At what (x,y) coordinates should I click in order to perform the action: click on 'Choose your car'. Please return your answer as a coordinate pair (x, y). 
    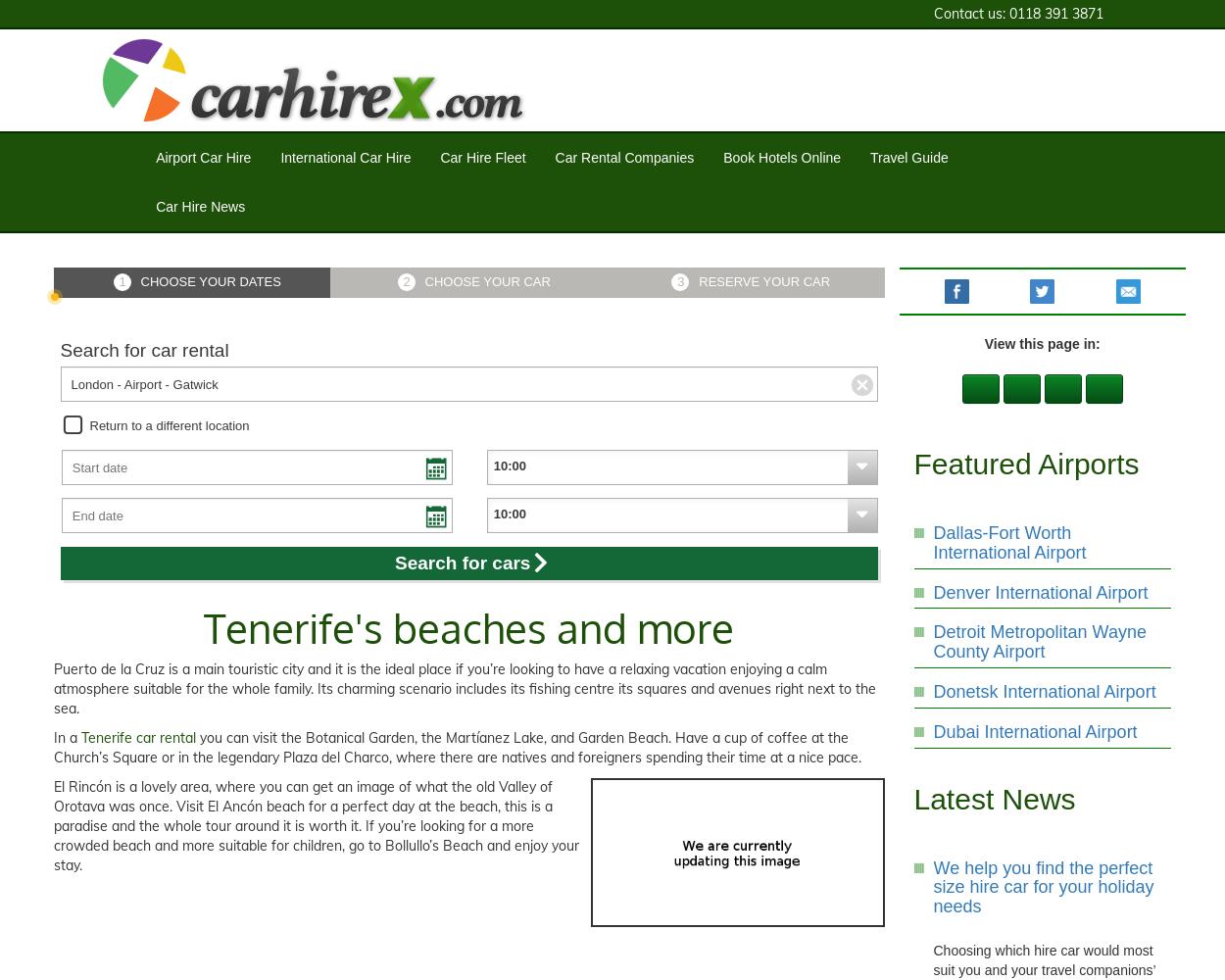
    Looking at the image, I should click on (486, 281).